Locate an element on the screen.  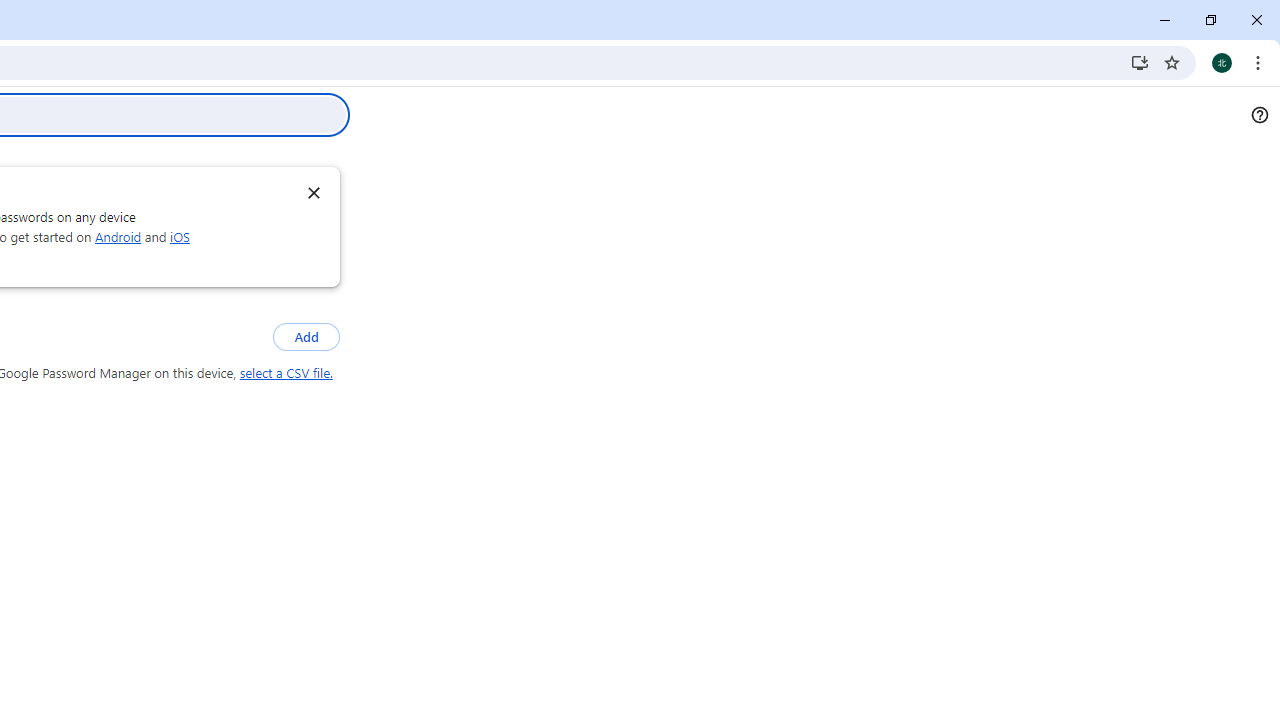
'Add' is located at coordinates (305, 336).